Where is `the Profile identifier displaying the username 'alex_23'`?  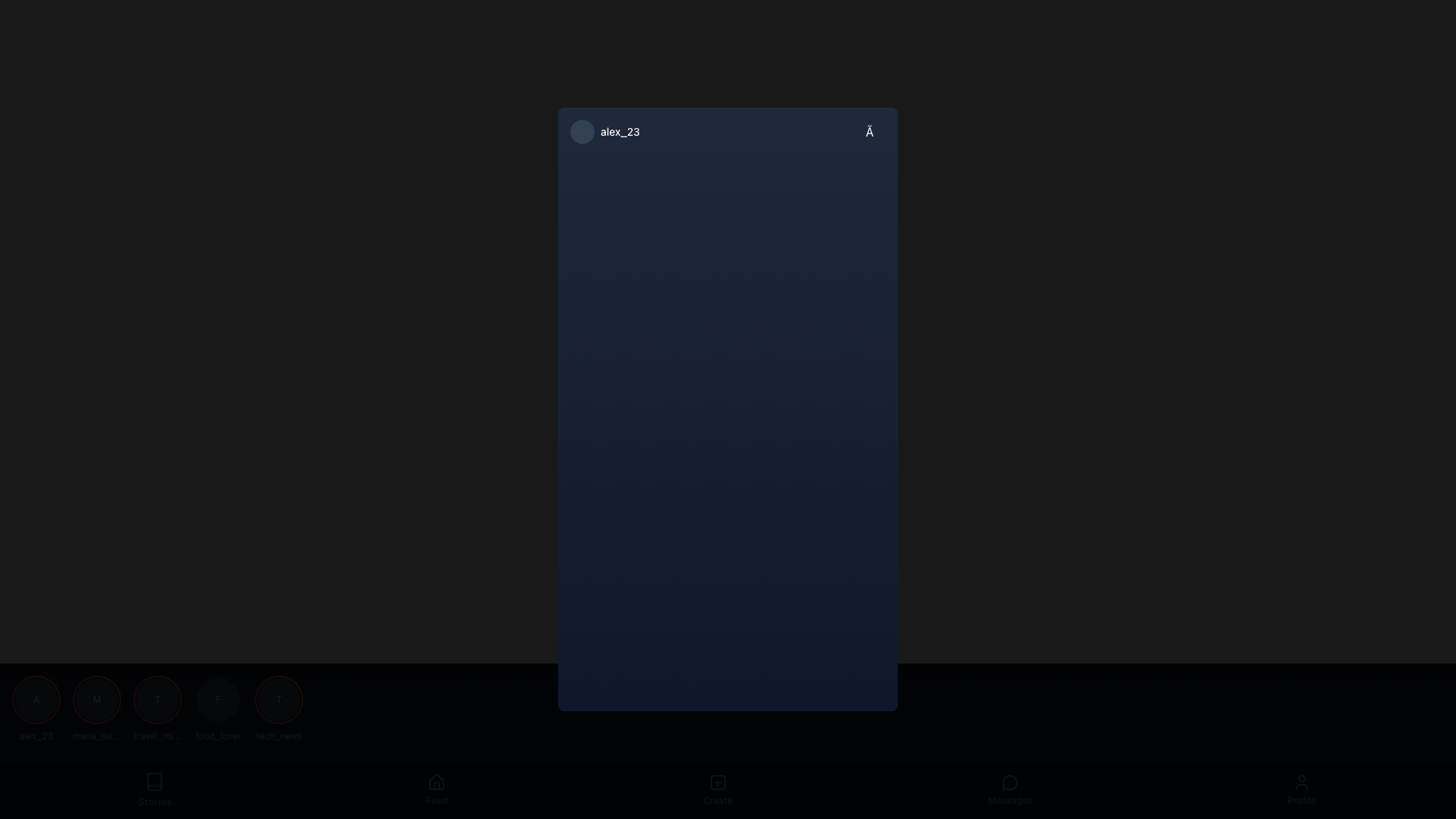
the Profile identifier displaying the username 'alex_23' is located at coordinates (604, 130).